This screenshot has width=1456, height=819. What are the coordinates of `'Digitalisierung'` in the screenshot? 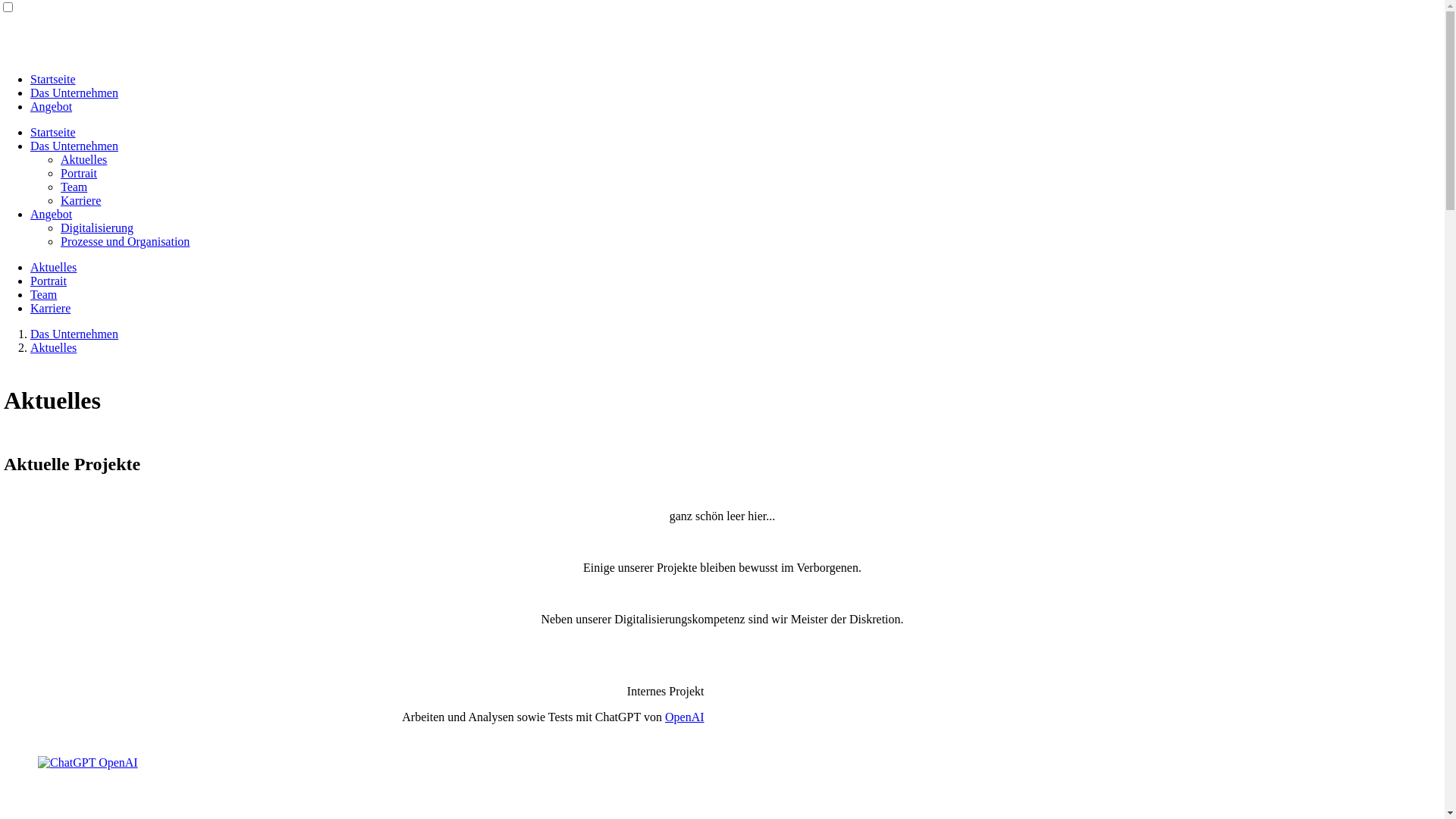 It's located at (96, 227).